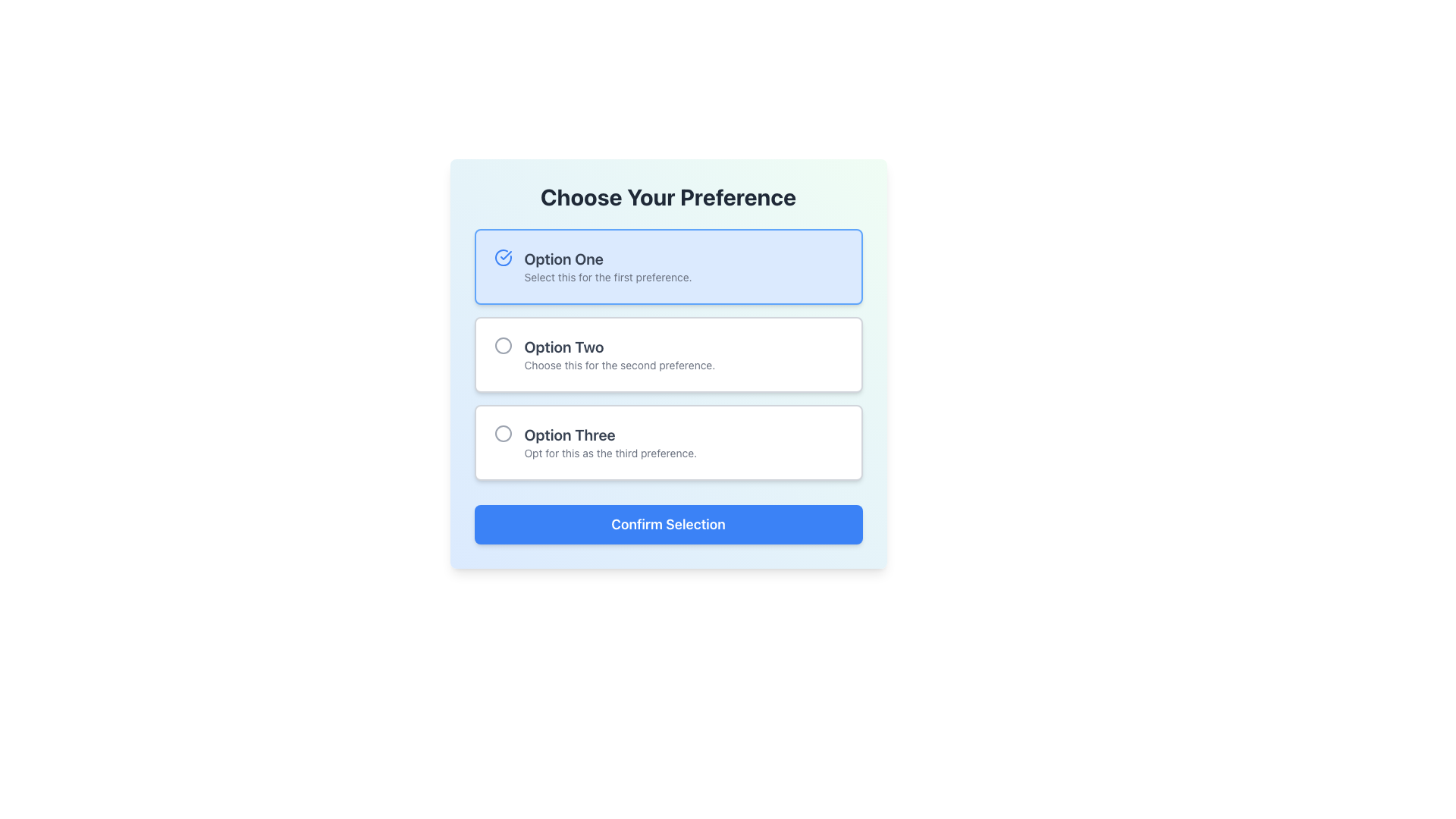 The height and width of the screenshot is (819, 1456). I want to click on the blue 'Confirm Selection' button with white text located at the bottom of the options list to confirm the selection, so click(667, 523).